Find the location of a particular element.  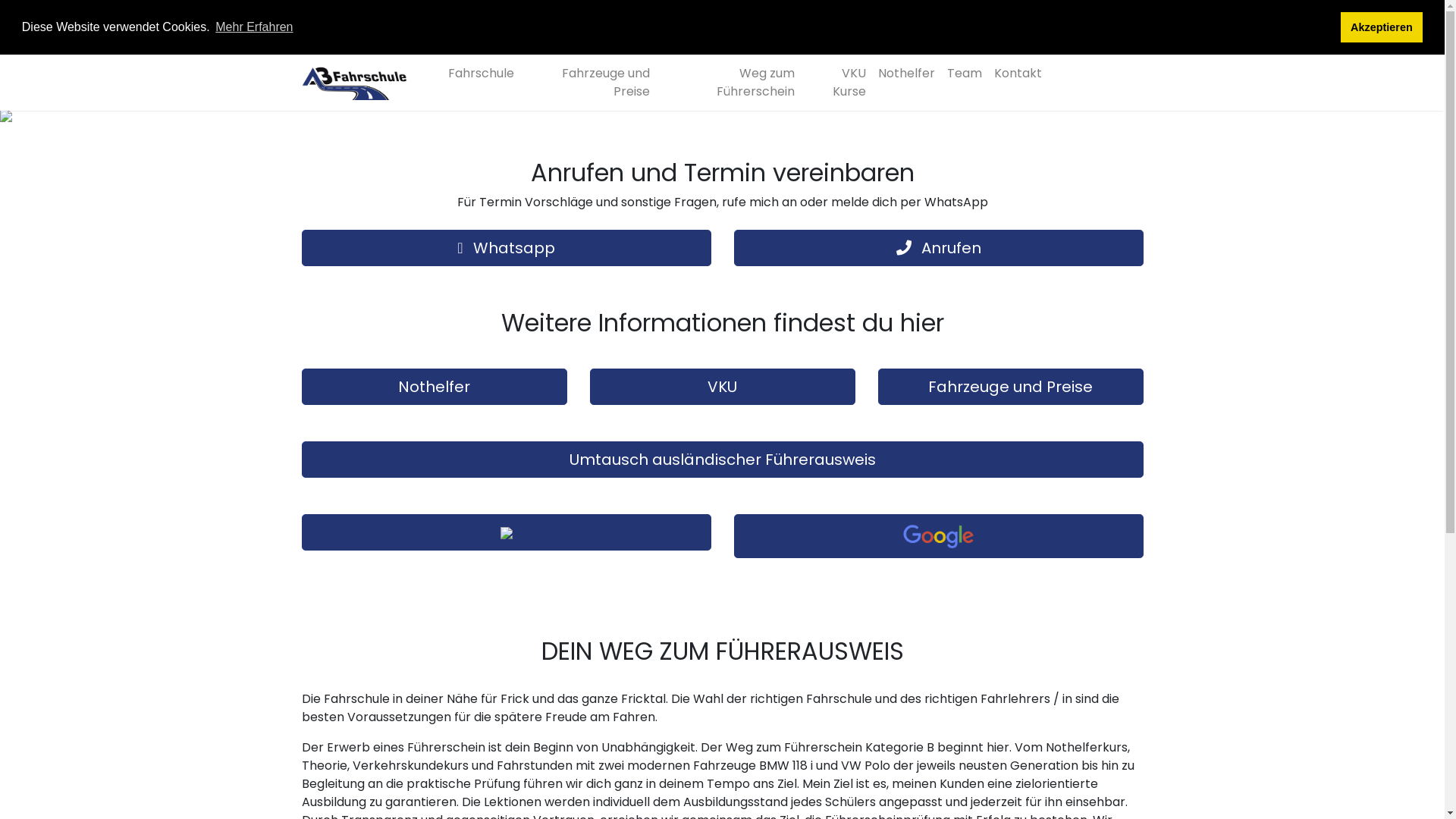

'VKU Kurse' is located at coordinates (836, 82).